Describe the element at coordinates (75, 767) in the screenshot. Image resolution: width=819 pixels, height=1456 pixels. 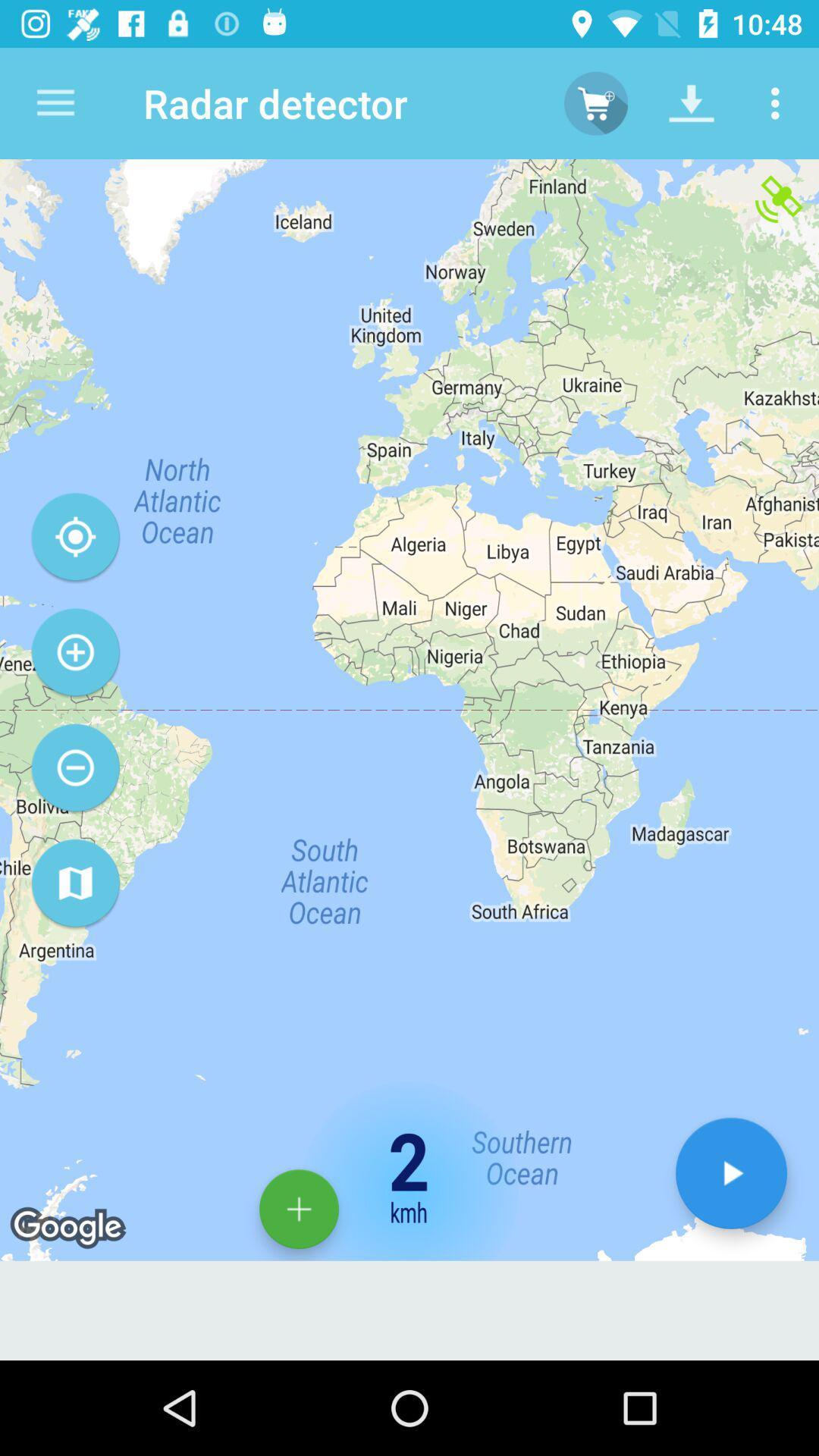
I see `the zoom_out icon` at that location.